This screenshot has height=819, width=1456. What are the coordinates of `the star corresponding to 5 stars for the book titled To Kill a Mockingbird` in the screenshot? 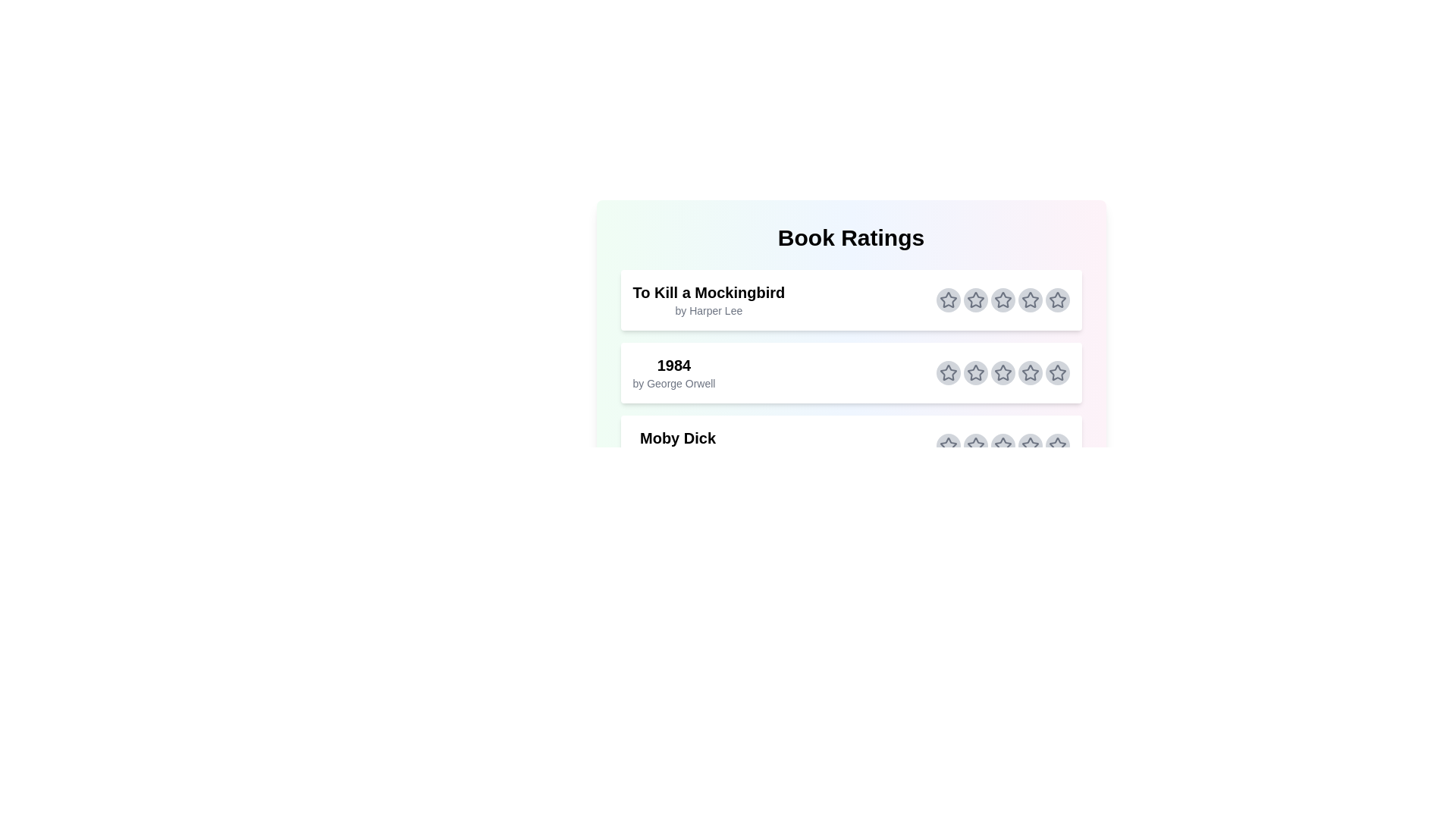 It's located at (1056, 300).